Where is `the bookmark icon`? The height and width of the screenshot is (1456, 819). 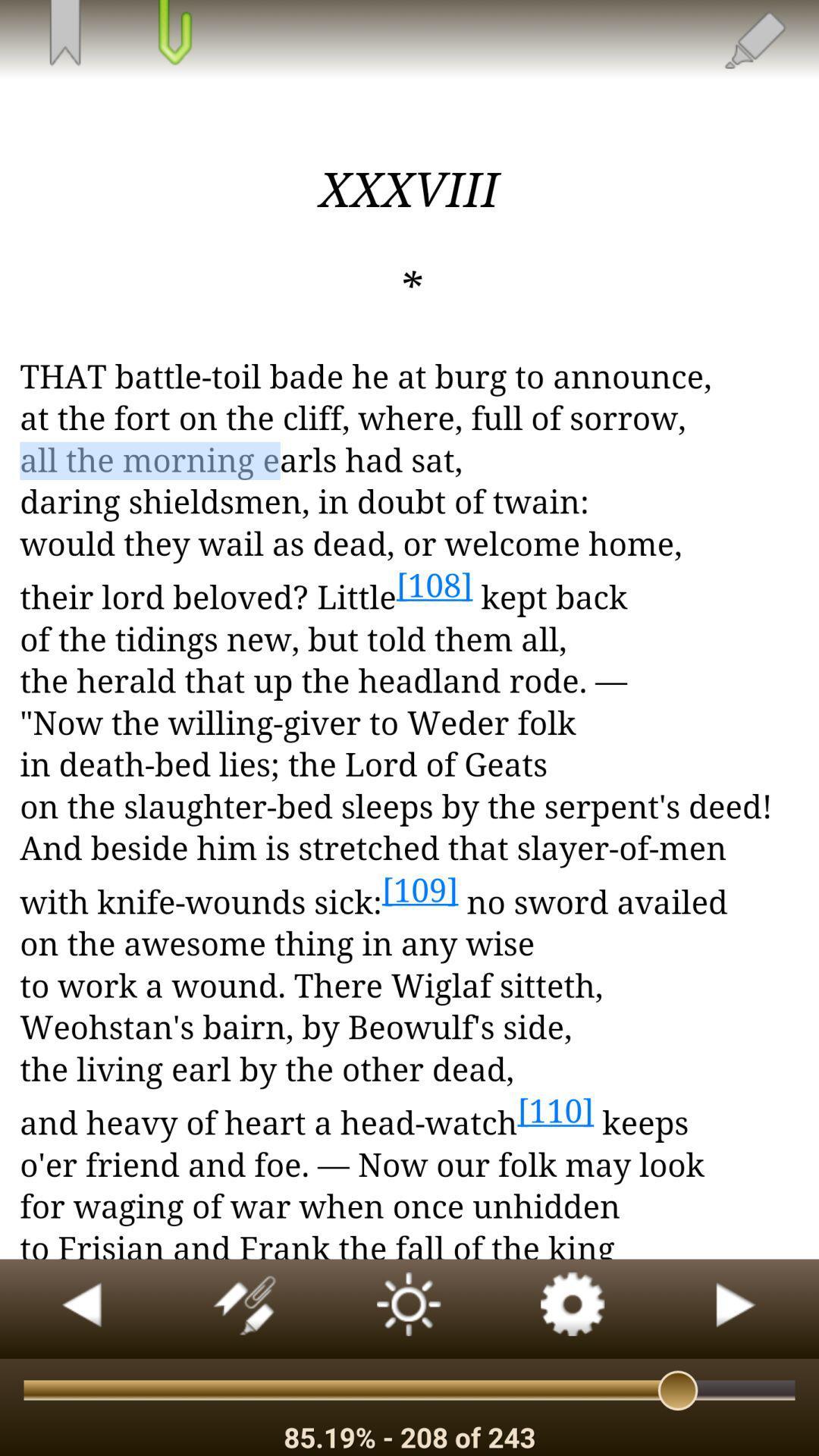
the bookmark icon is located at coordinates (64, 34).